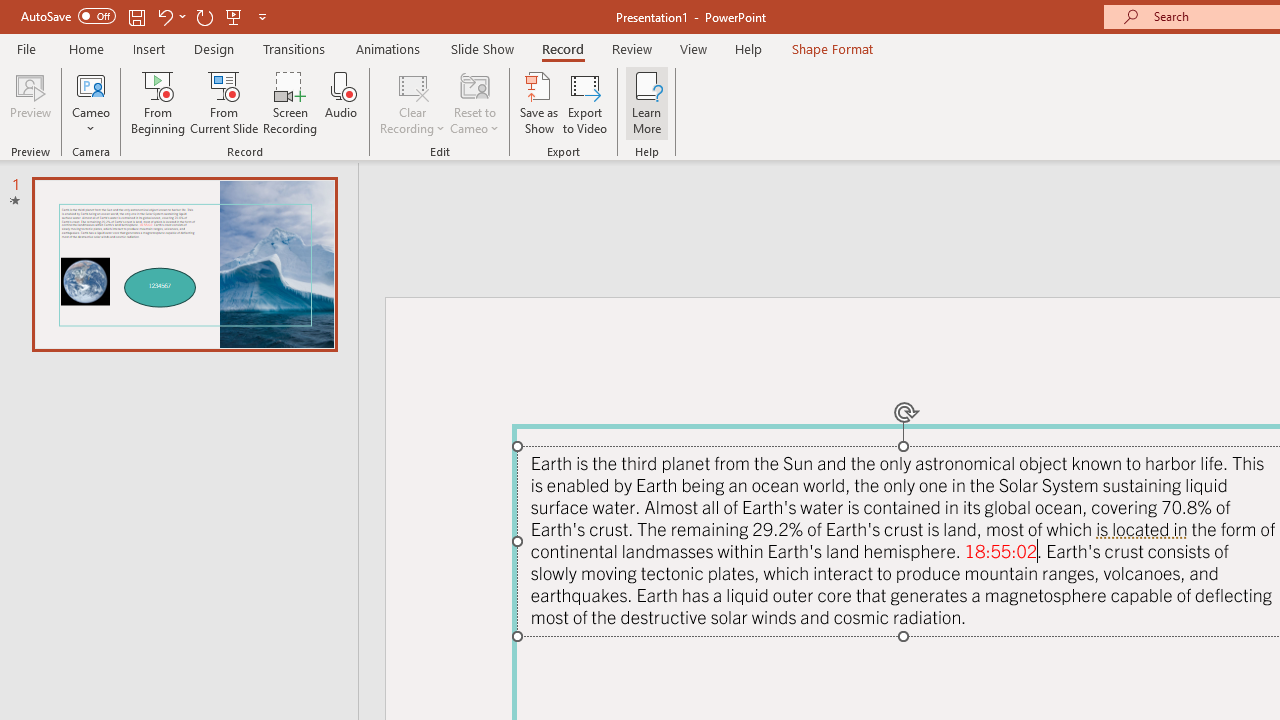 Image resolution: width=1280 pixels, height=720 pixels. Describe the element at coordinates (647, 103) in the screenshot. I see `'Learn More'` at that location.